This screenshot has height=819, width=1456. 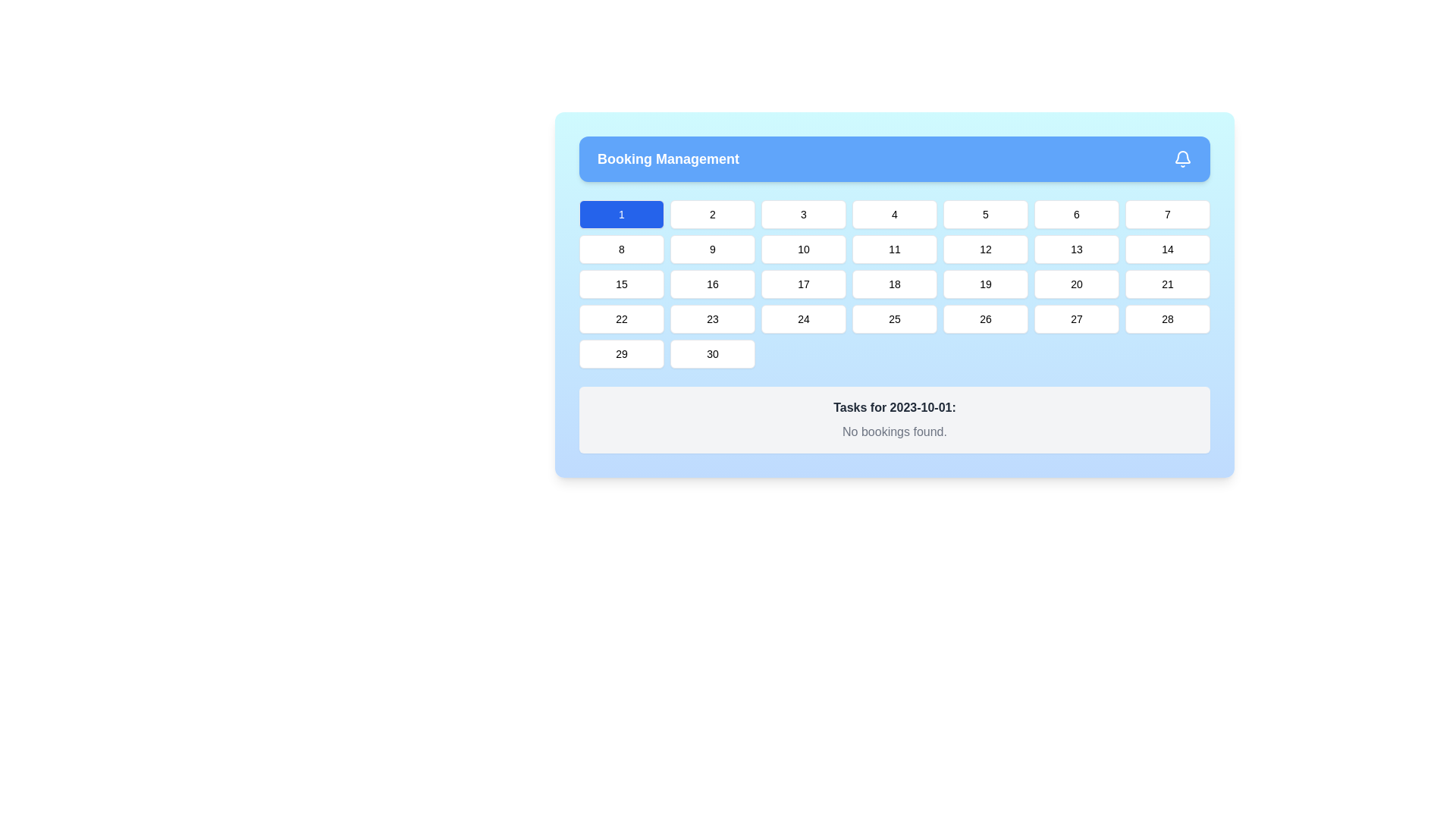 I want to click on the date button for selecting the ninth day in the calendar interface located in the second row, second column under 'Booking Management', so click(x=712, y=248).